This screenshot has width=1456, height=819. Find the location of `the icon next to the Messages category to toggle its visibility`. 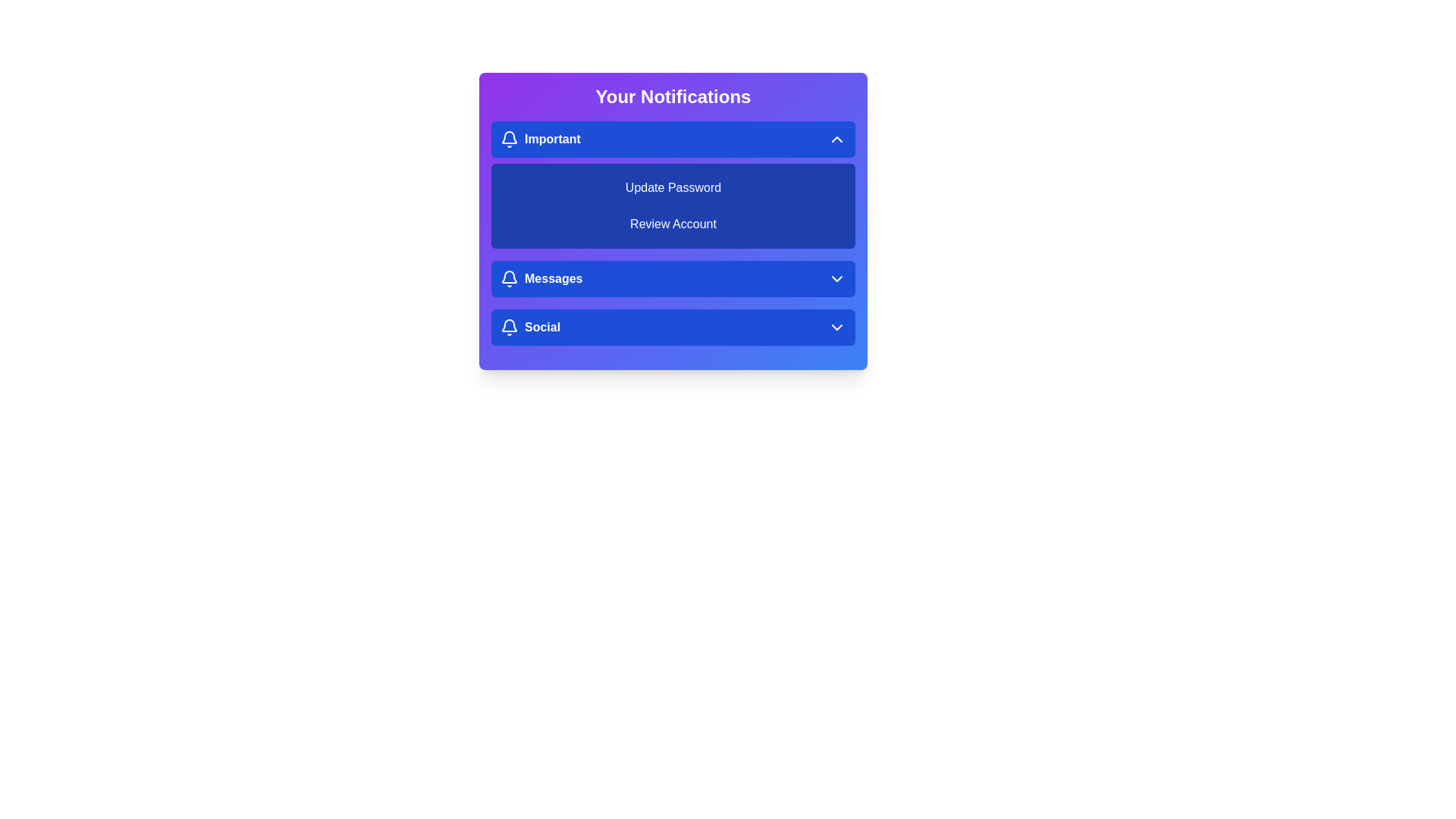

the icon next to the Messages category to toggle its visibility is located at coordinates (510, 278).